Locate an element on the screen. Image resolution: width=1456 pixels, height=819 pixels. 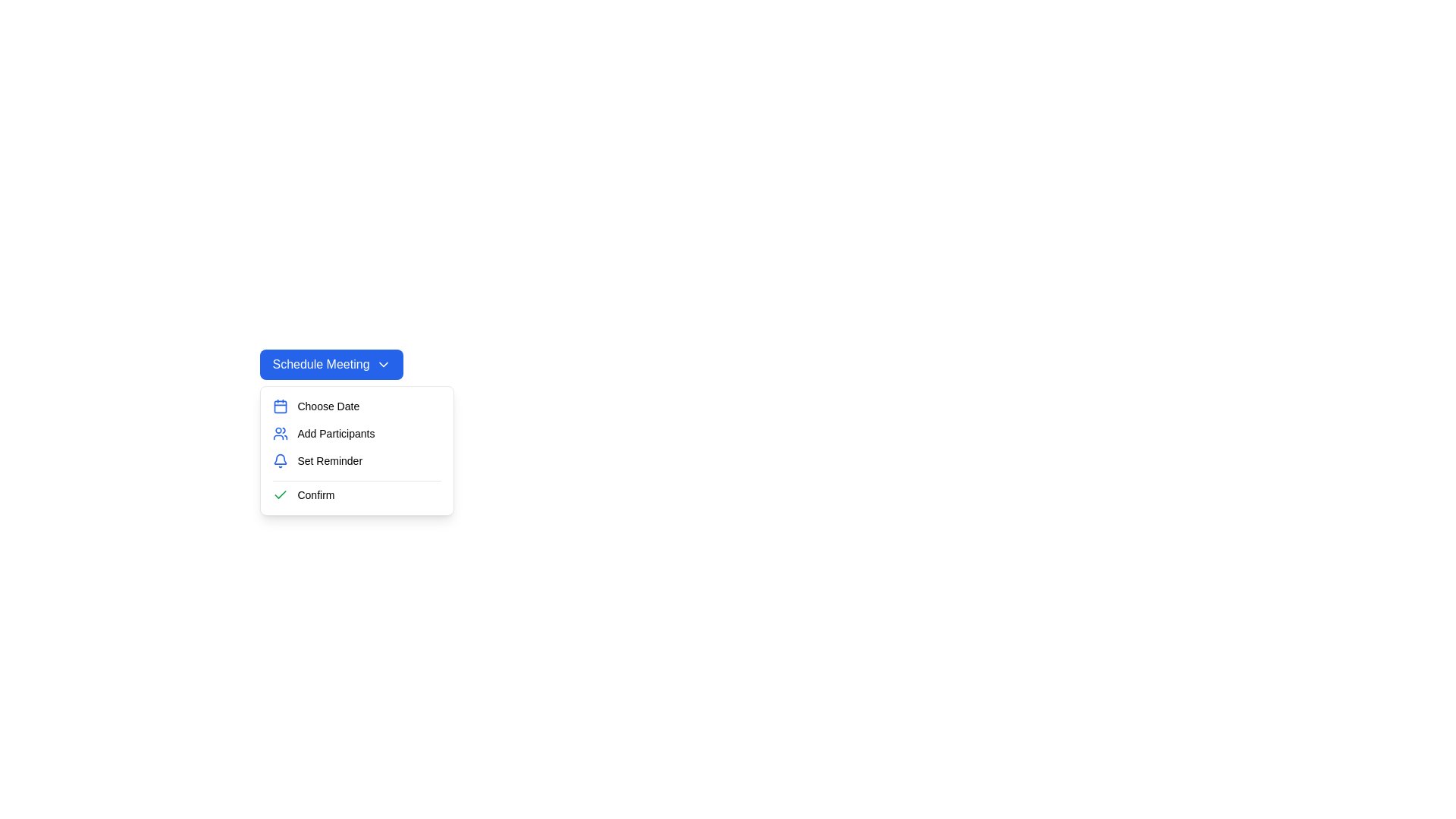
the confirmation status indicated by the icon located at the center of the 'Confirm' button area in the vertical list-group menu is located at coordinates (281, 494).